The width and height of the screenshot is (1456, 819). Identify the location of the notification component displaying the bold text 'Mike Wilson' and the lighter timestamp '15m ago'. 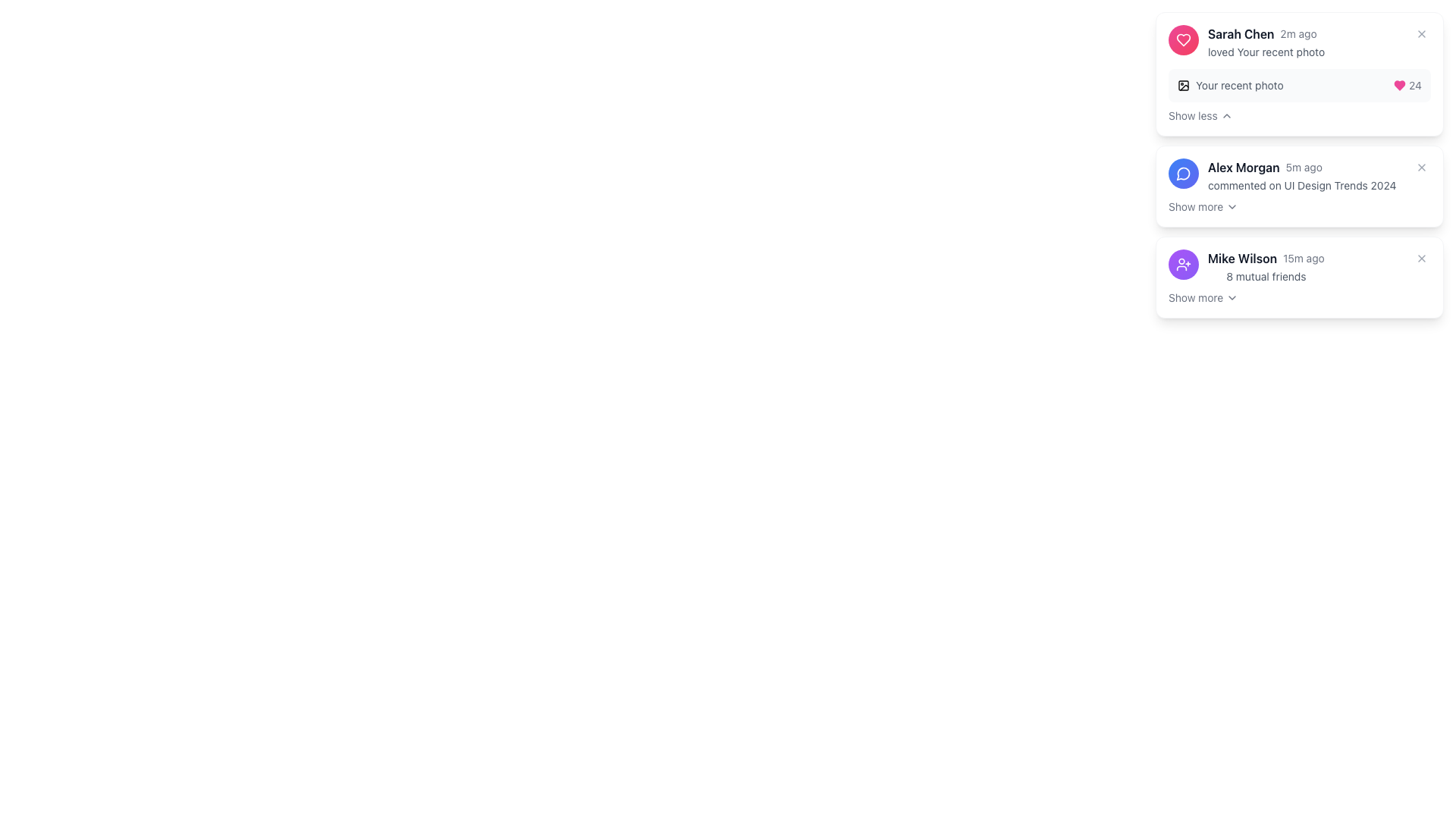
(1266, 257).